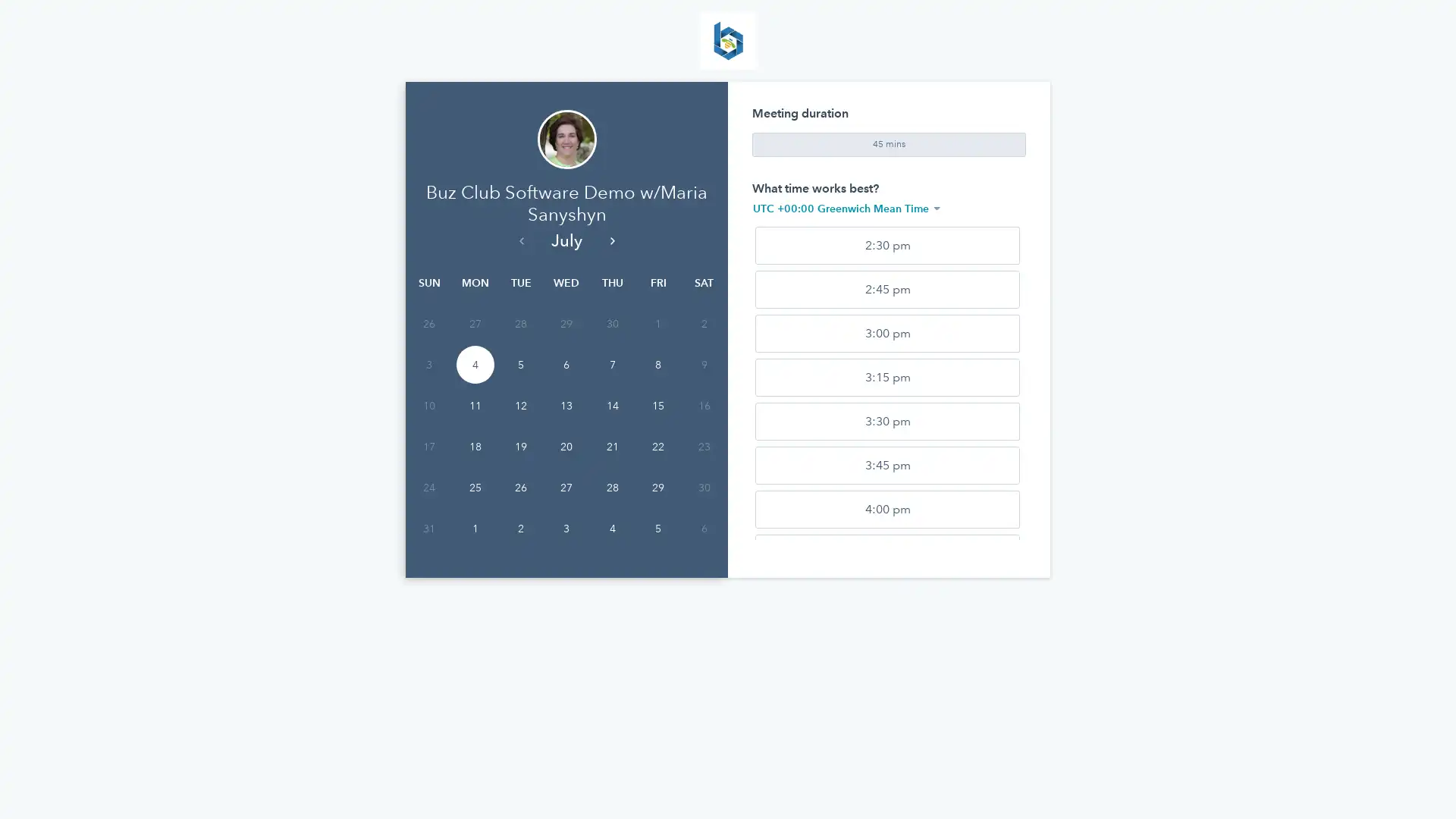 The image size is (1456, 819). I want to click on July 19th, so click(520, 446).